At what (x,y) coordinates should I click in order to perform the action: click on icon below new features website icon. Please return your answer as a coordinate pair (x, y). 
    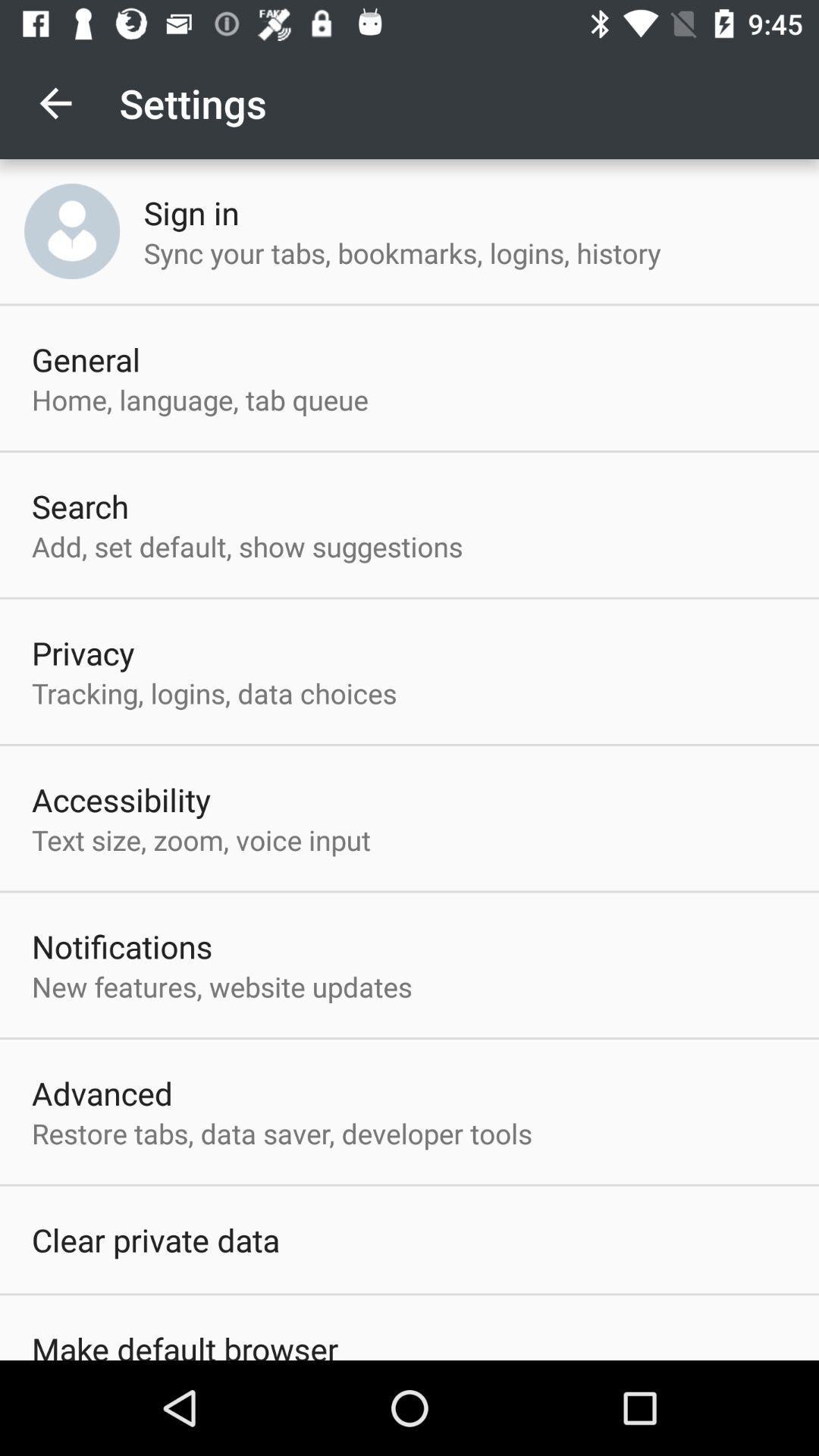
    Looking at the image, I should click on (102, 1093).